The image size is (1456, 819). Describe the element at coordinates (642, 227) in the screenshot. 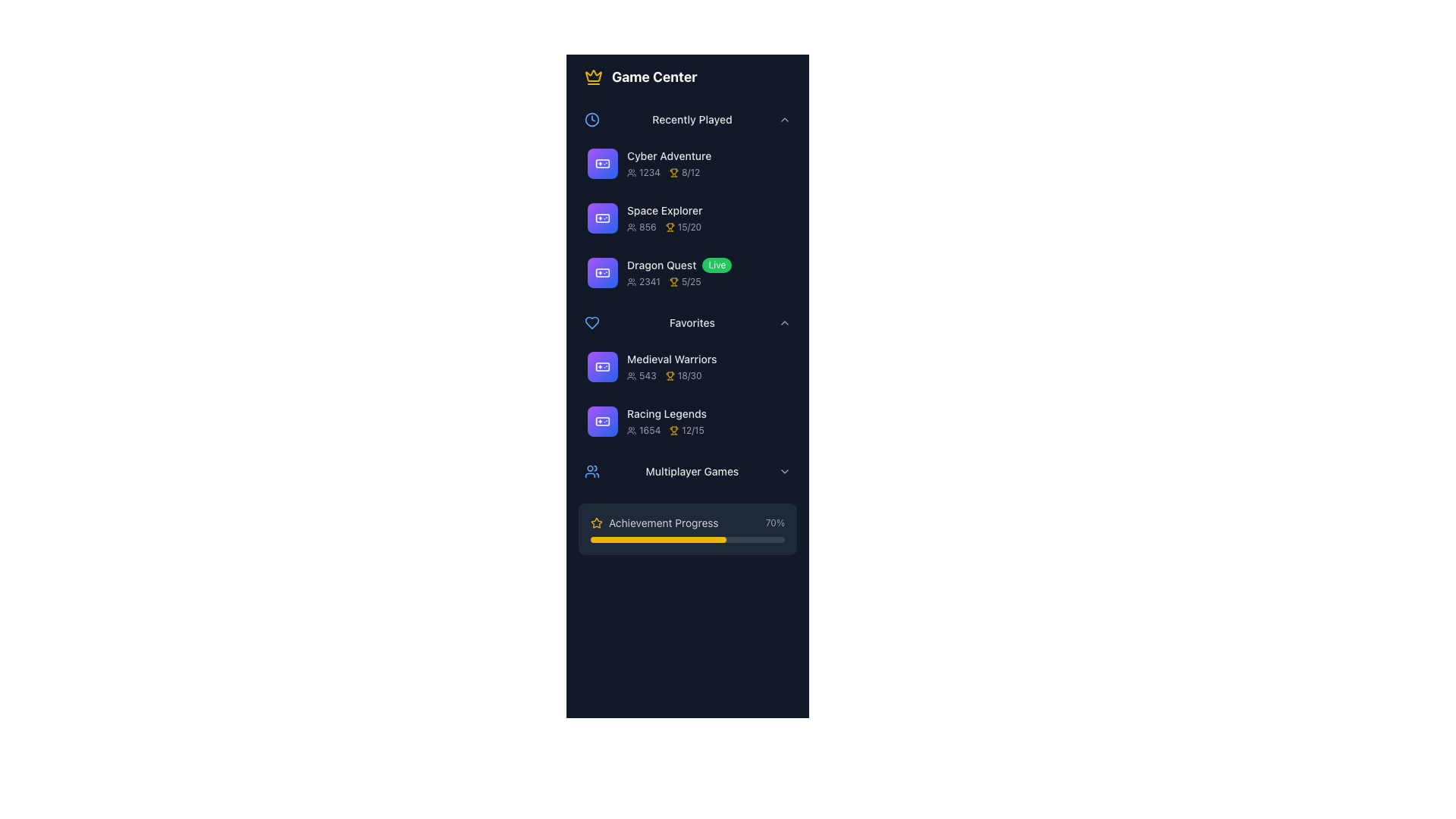

I see `the small textual indicator displaying the number '856', which is styled with small, gray text, located in the second item of the 'Recently Played' list, adjacent to a user icon` at that location.